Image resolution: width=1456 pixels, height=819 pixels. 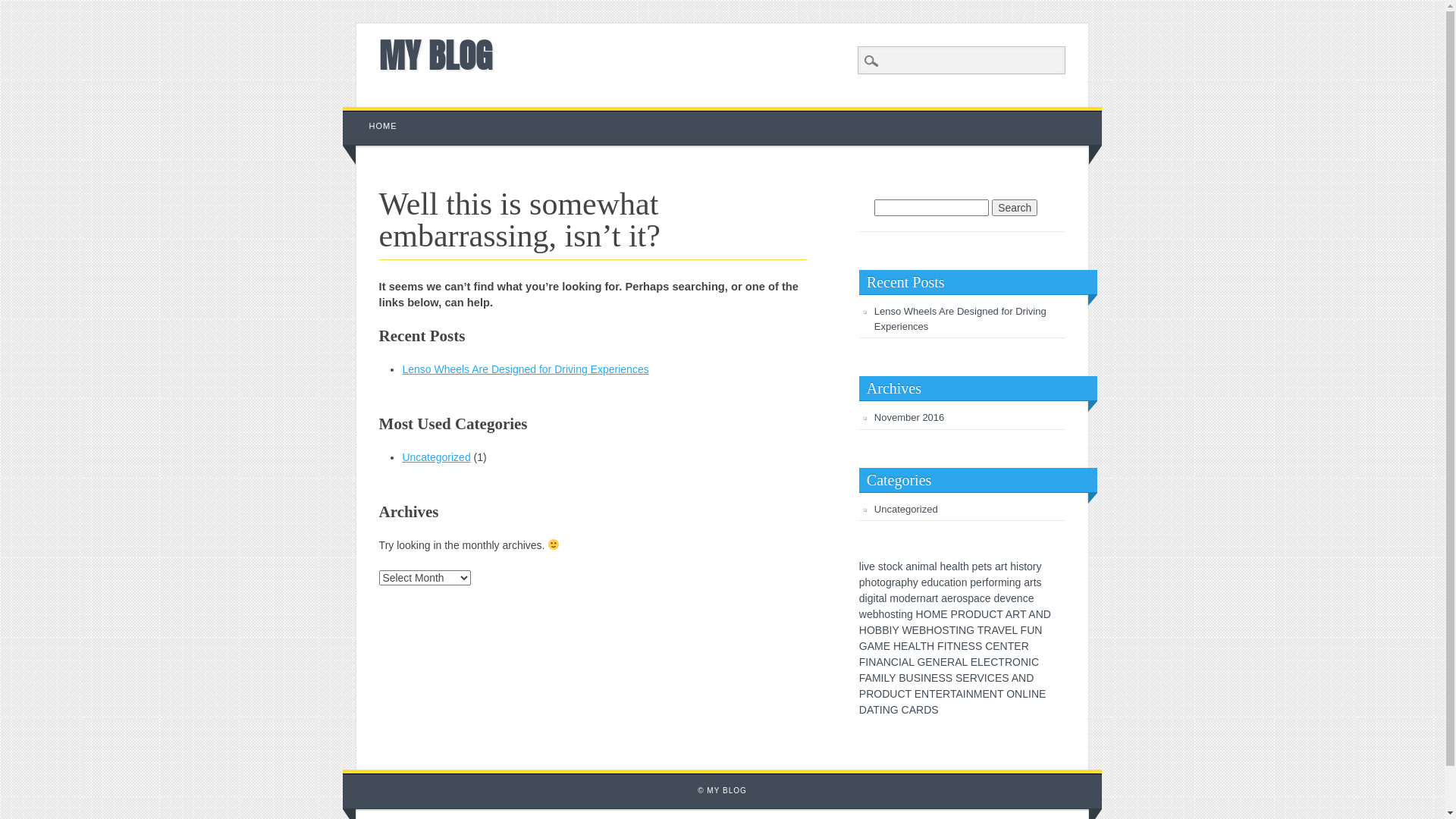 What do you see at coordinates (1026, 581) in the screenshot?
I see `'a'` at bounding box center [1026, 581].